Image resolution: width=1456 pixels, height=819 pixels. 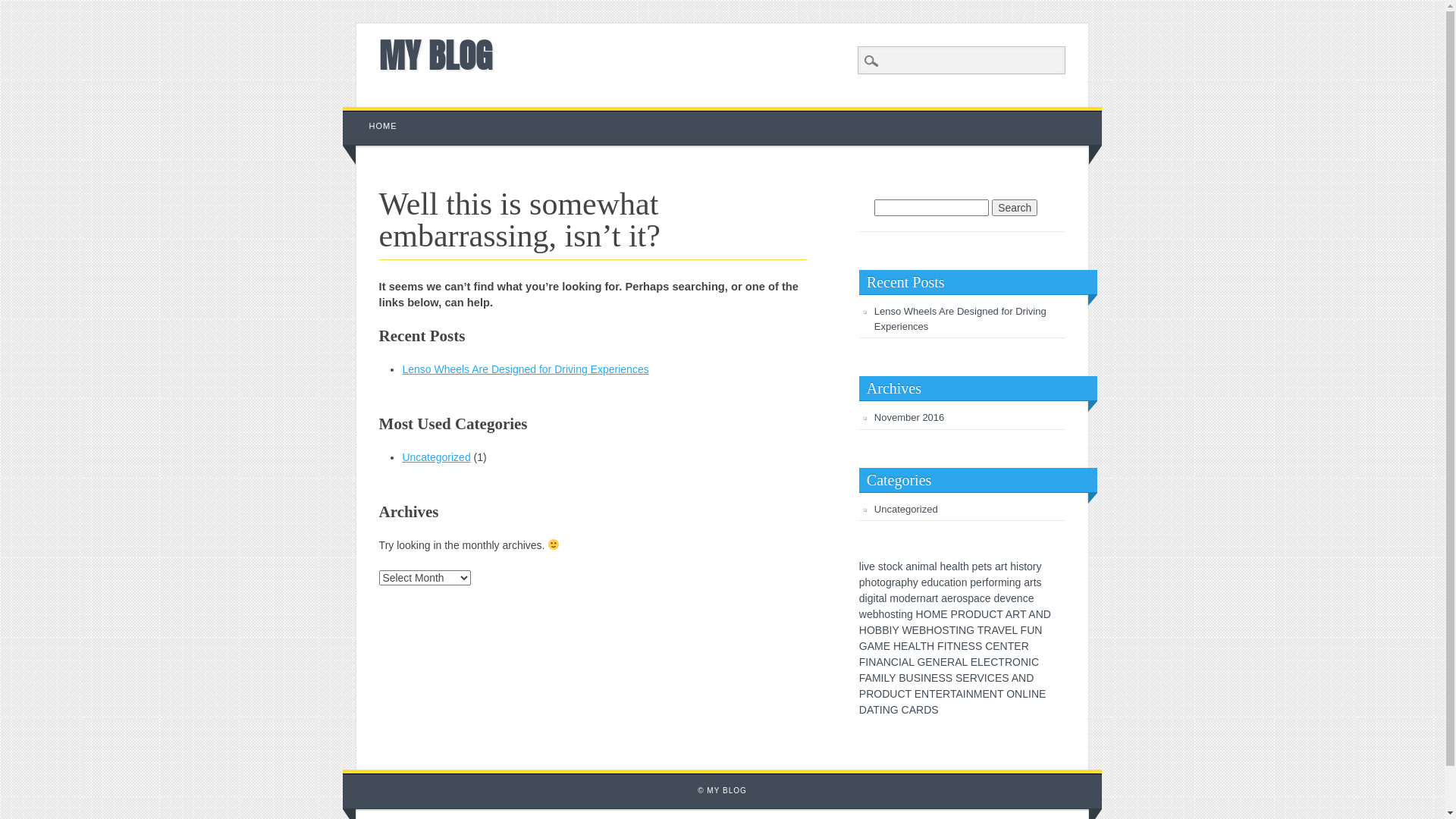 What do you see at coordinates (1026, 581) in the screenshot?
I see `'a'` at bounding box center [1026, 581].